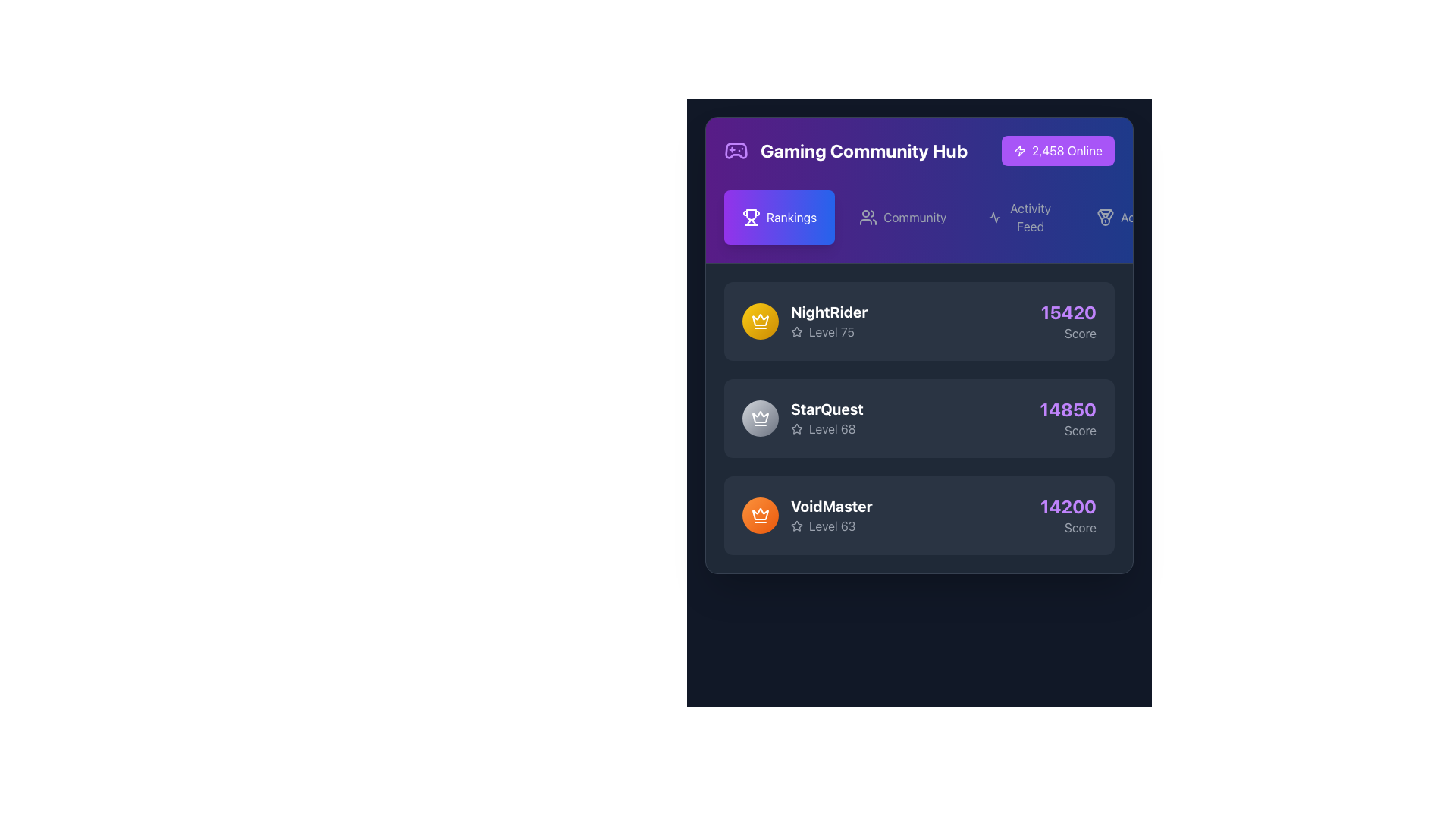 Image resolution: width=1456 pixels, height=819 pixels. I want to click on the 'Activity Feed' button, which is the third button in the horizontal navigation bar located at the top of the interface, so click(1021, 217).